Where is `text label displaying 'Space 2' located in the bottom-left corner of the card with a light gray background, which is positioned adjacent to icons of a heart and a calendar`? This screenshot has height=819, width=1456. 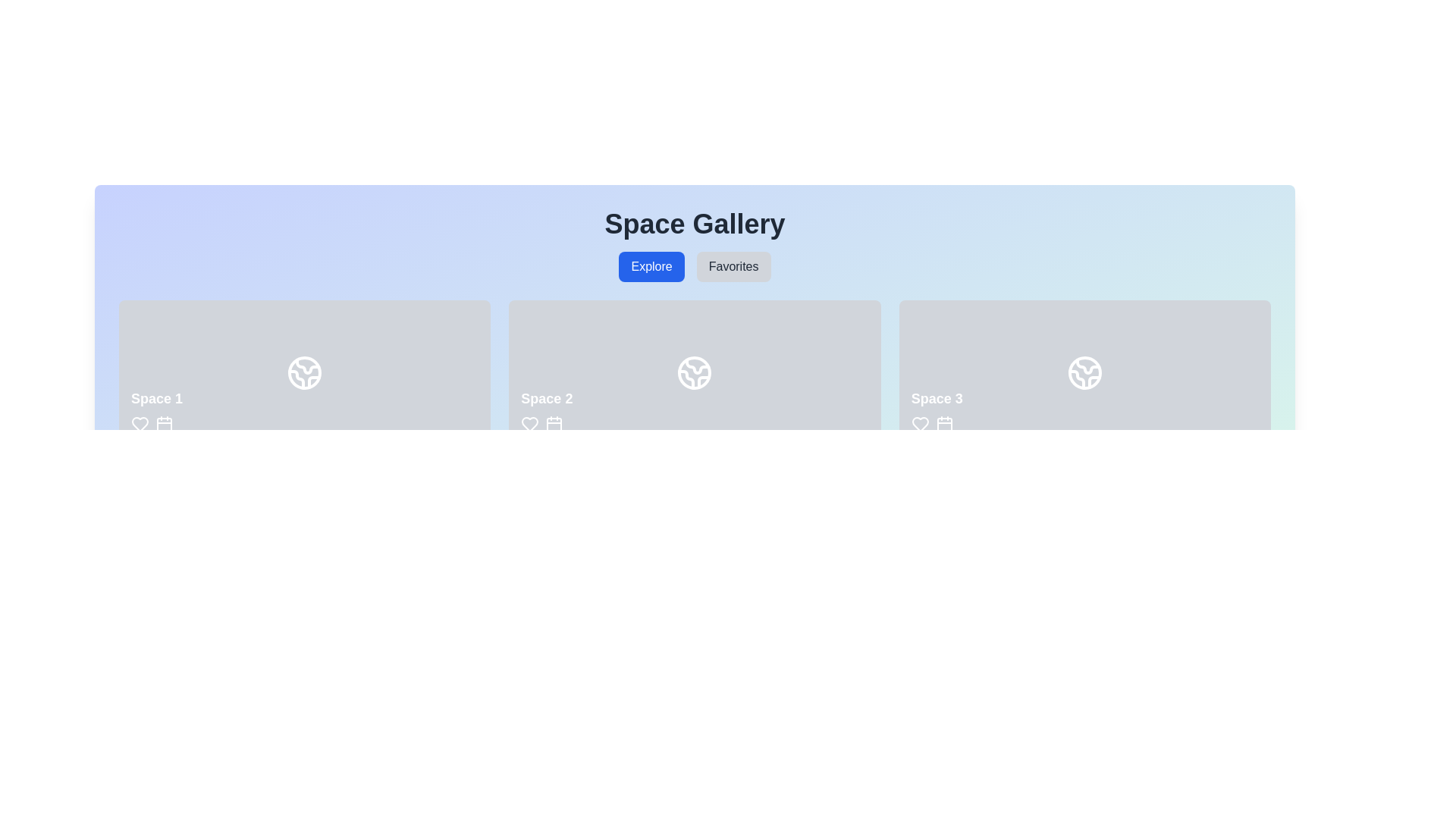
text label displaying 'Space 2' located in the bottom-left corner of the card with a light gray background, which is positioned adjacent to icons of a heart and a calendar is located at coordinates (546, 411).